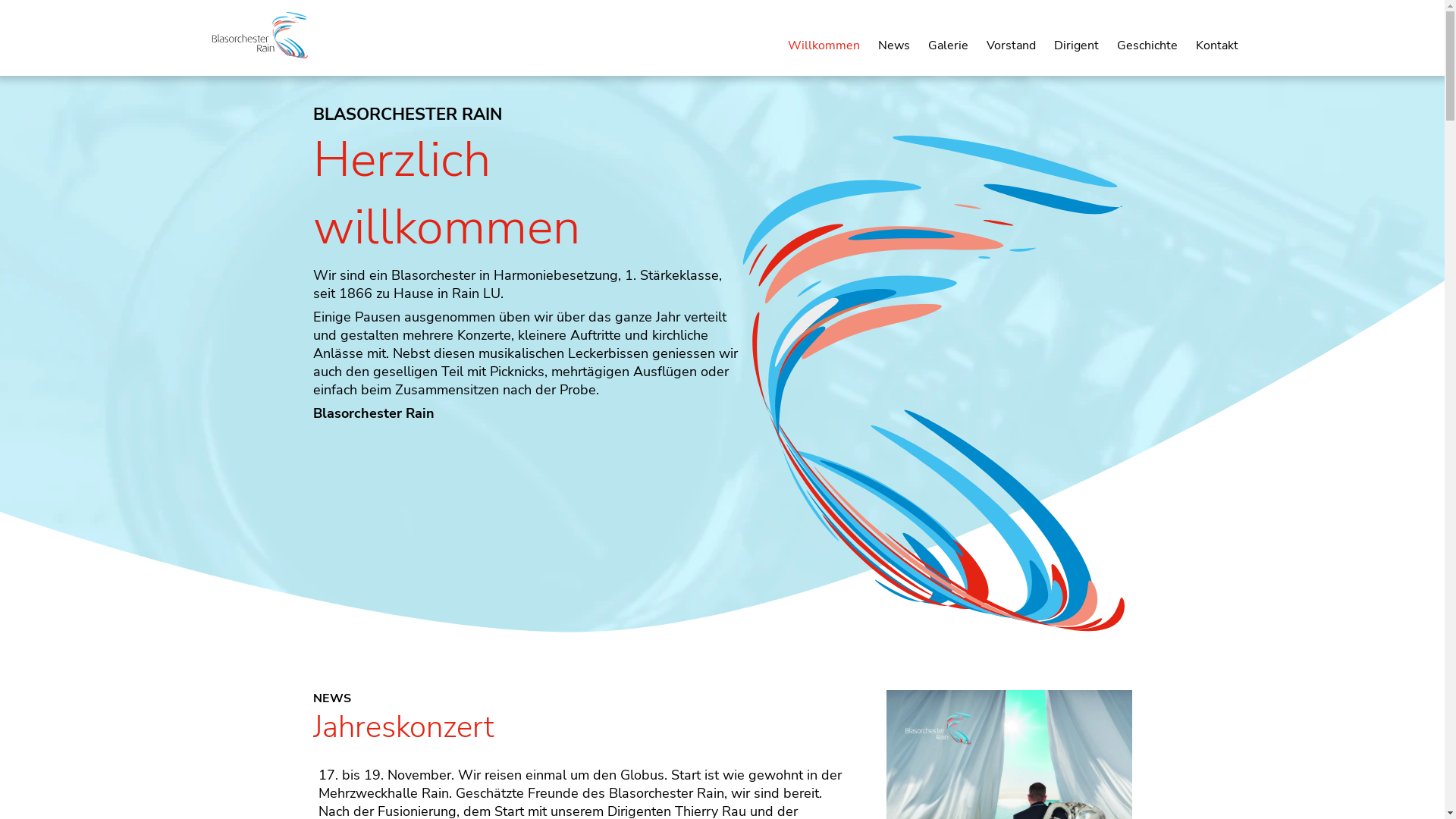 The width and height of the screenshot is (1456, 819). Describe the element at coordinates (1075, 45) in the screenshot. I see `'Dirigent'` at that location.